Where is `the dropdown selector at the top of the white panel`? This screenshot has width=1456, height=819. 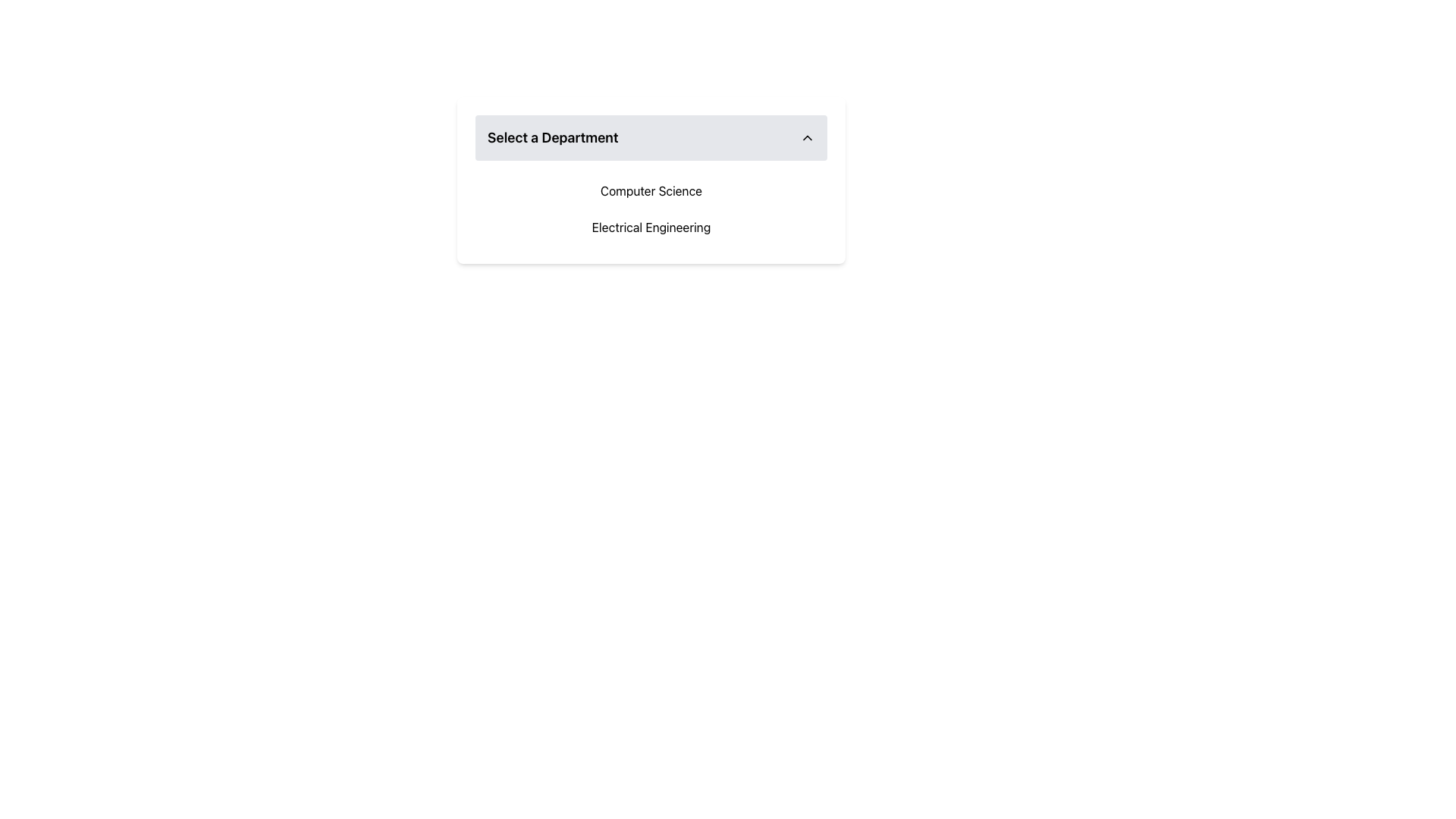
the dropdown selector at the top of the white panel is located at coordinates (651, 137).